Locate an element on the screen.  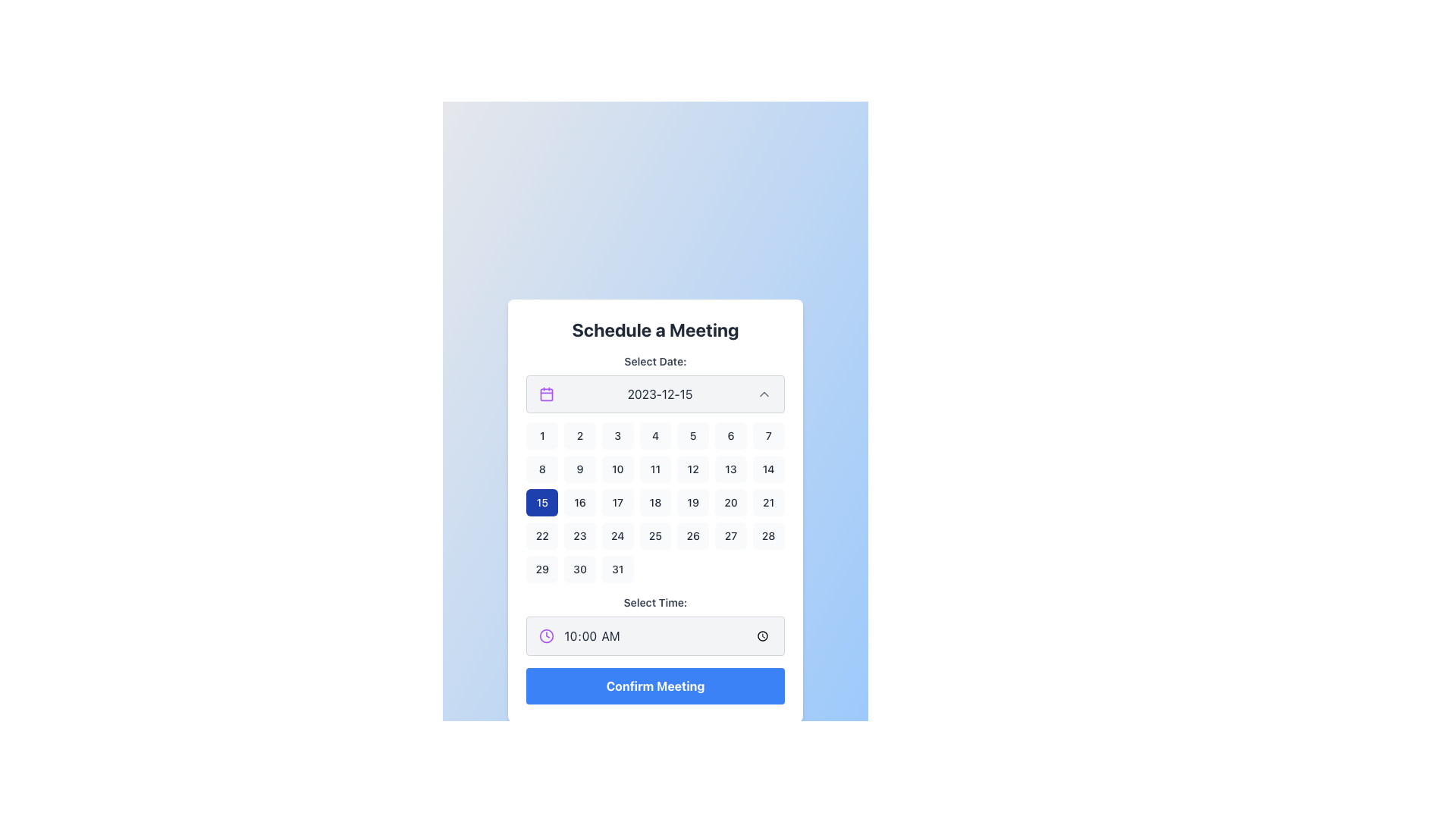
the selectable date button ('18') in the calendar interface is located at coordinates (655, 503).